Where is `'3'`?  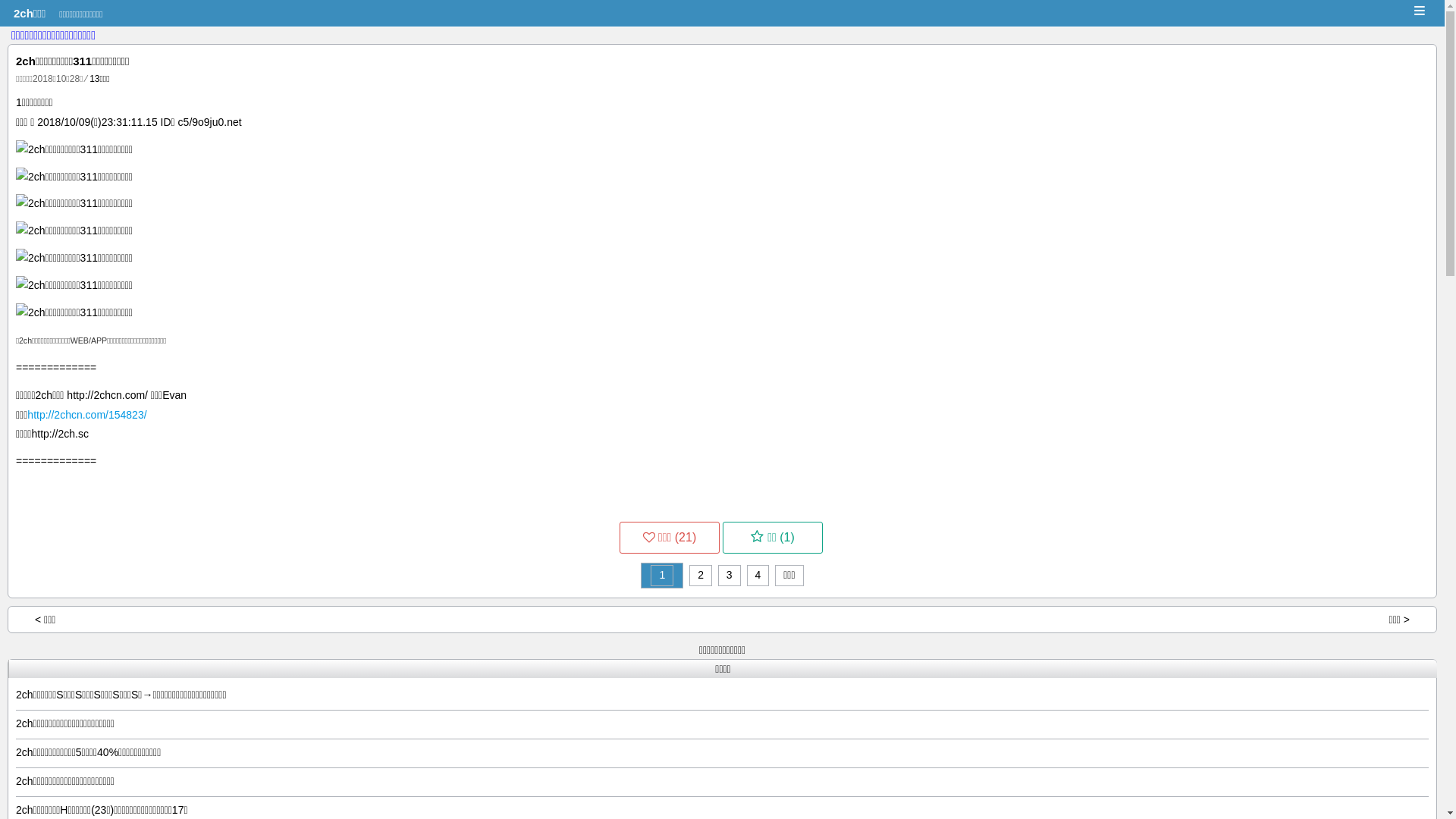 '3' is located at coordinates (729, 575).